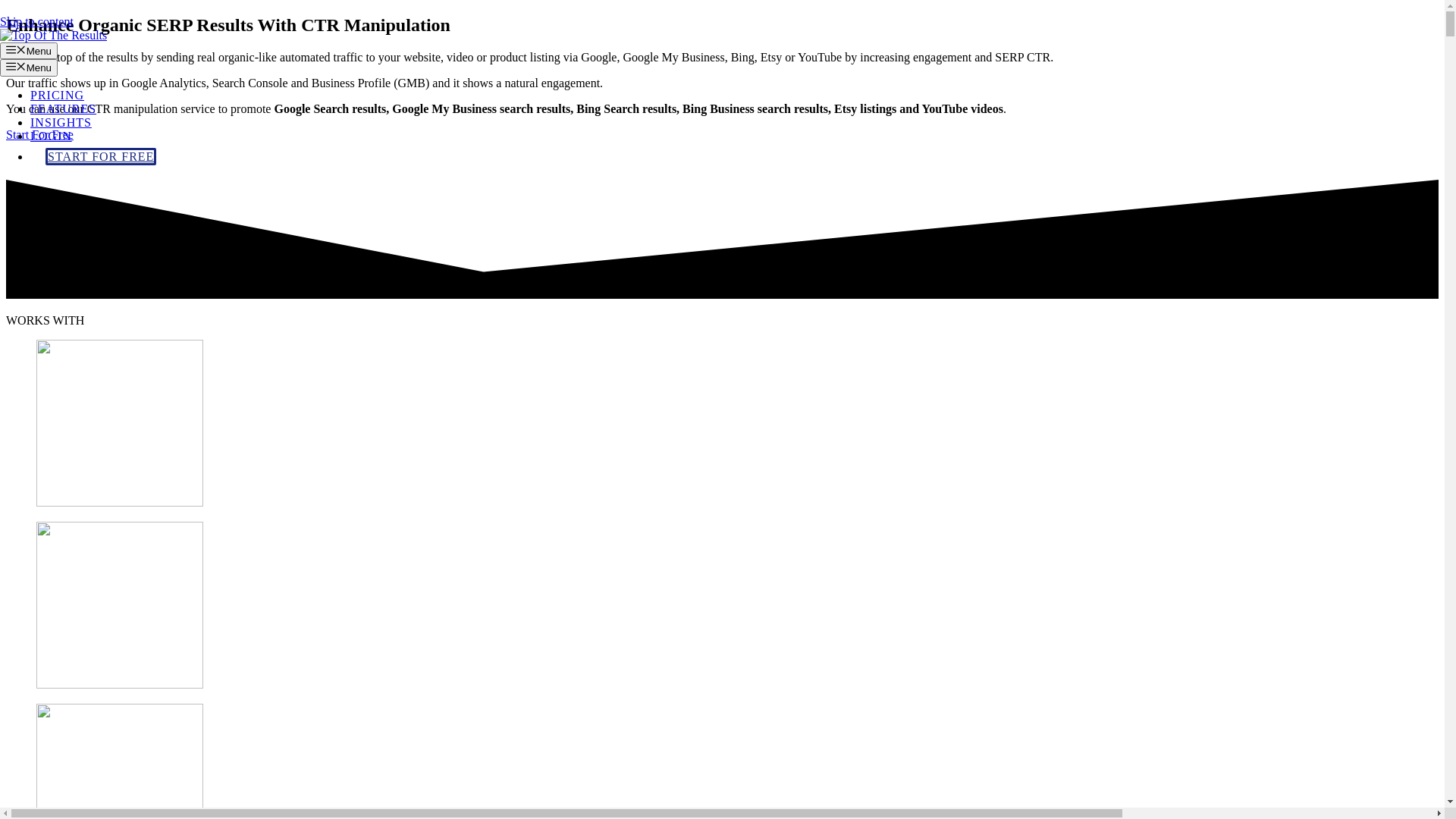 This screenshot has width=1456, height=819. What do you see at coordinates (36, 21) in the screenshot?
I see `'Skip to content'` at bounding box center [36, 21].